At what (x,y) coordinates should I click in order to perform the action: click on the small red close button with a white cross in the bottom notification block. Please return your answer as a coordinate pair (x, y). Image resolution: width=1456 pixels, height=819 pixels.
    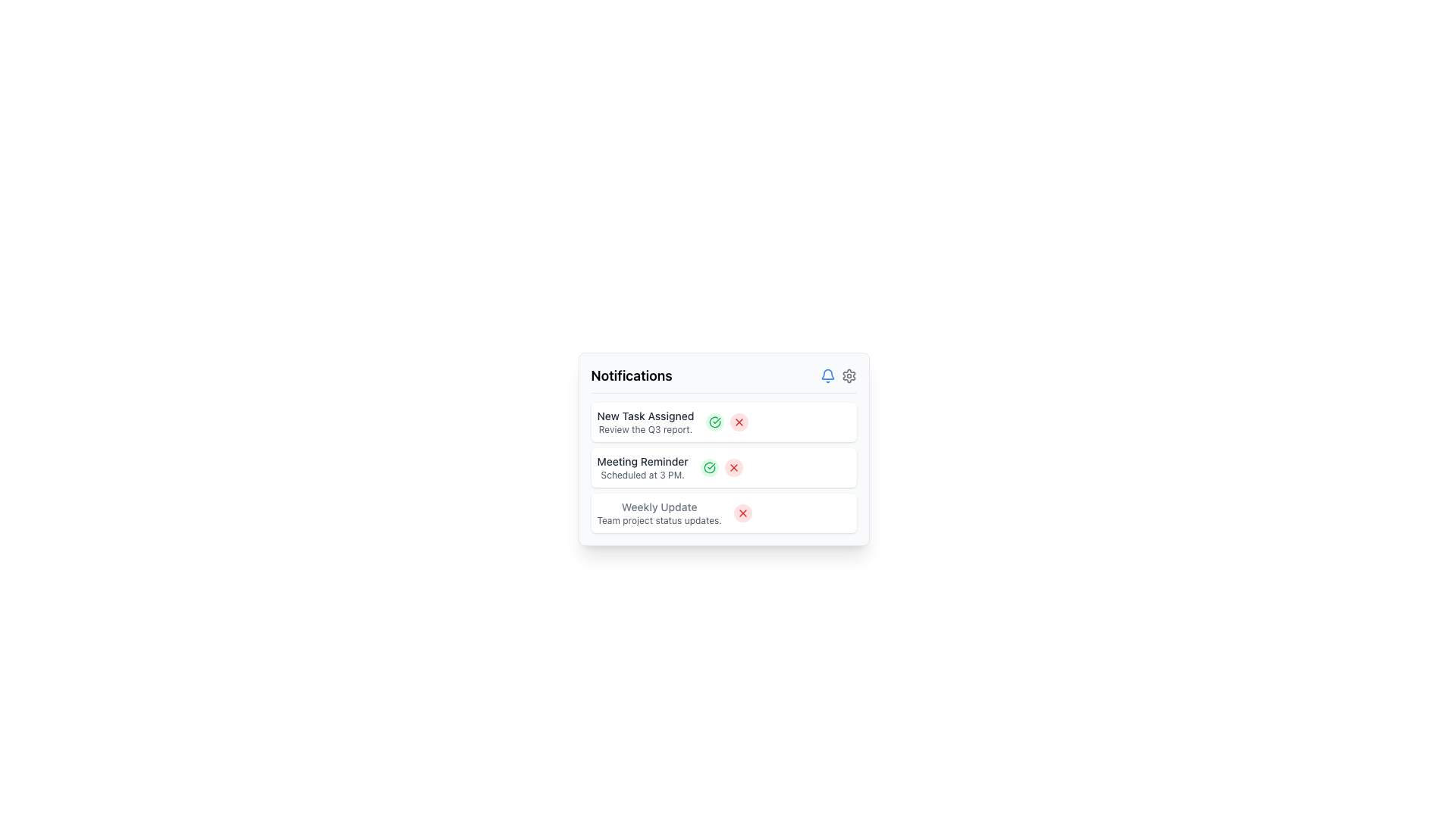
    Looking at the image, I should click on (742, 513).